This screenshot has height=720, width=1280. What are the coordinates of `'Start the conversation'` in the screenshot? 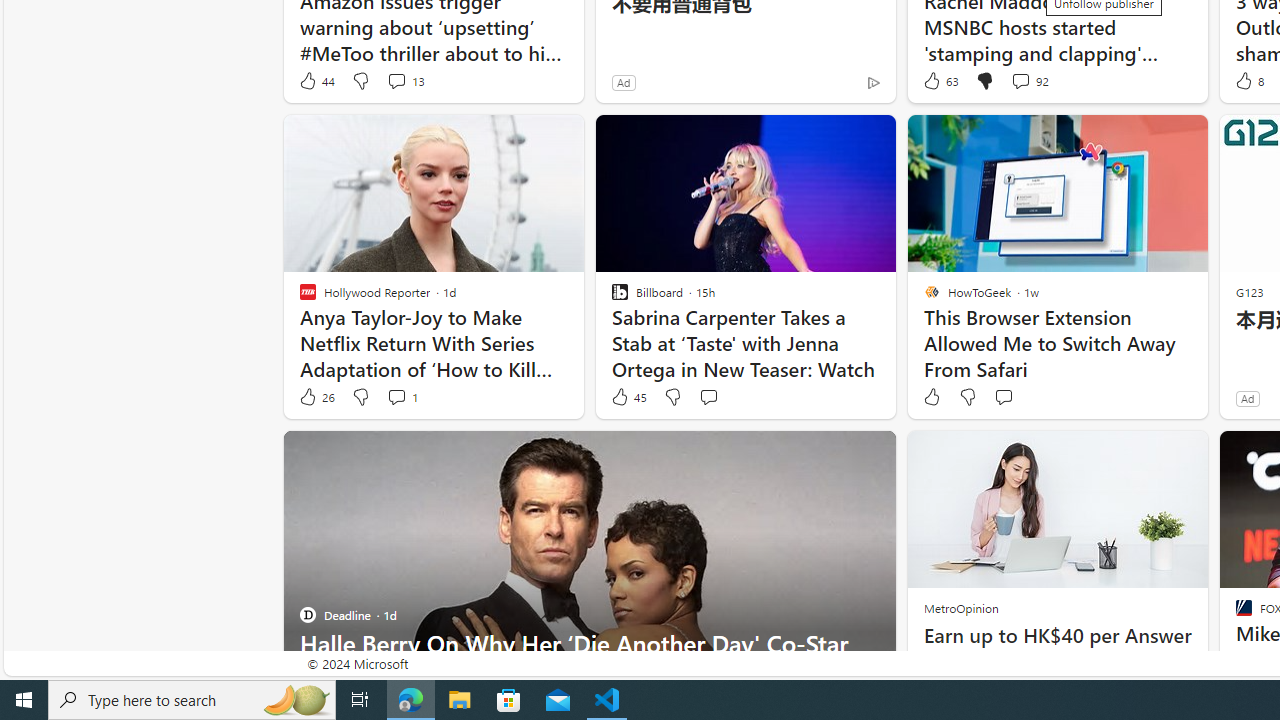 It's located at (1003, 397).